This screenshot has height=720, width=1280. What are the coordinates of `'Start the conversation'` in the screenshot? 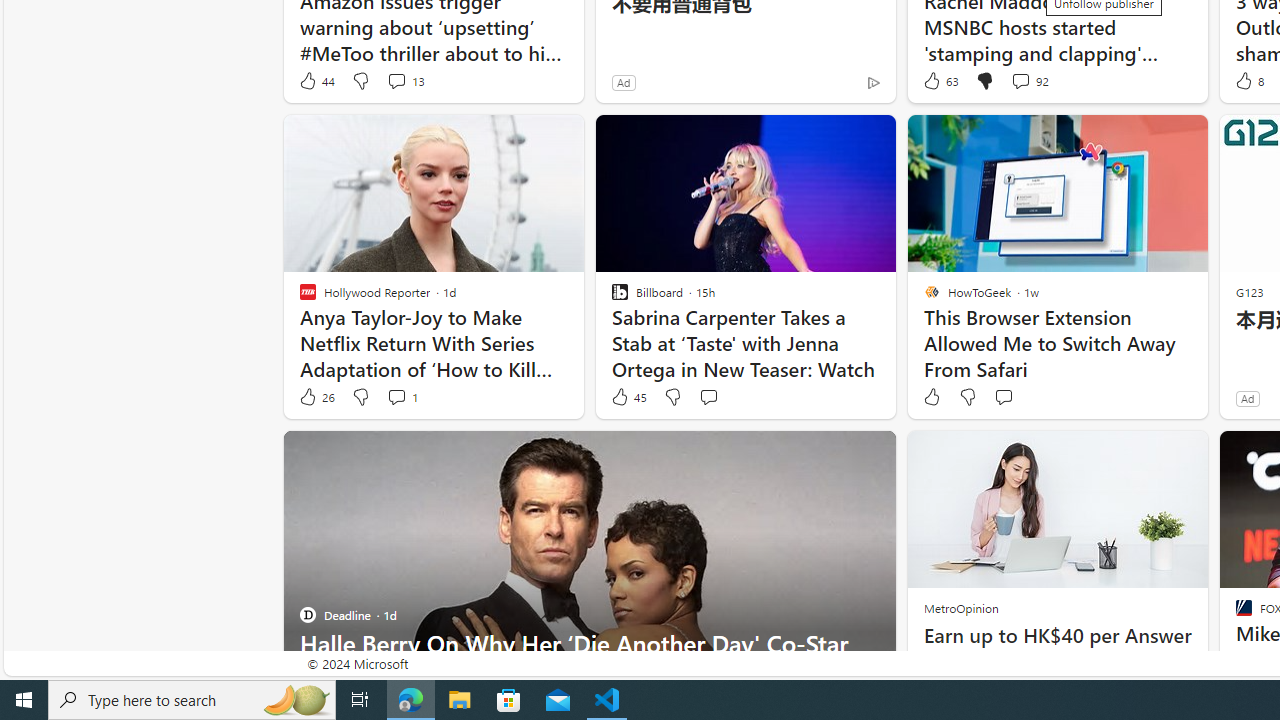 It's located at (1003, 397).